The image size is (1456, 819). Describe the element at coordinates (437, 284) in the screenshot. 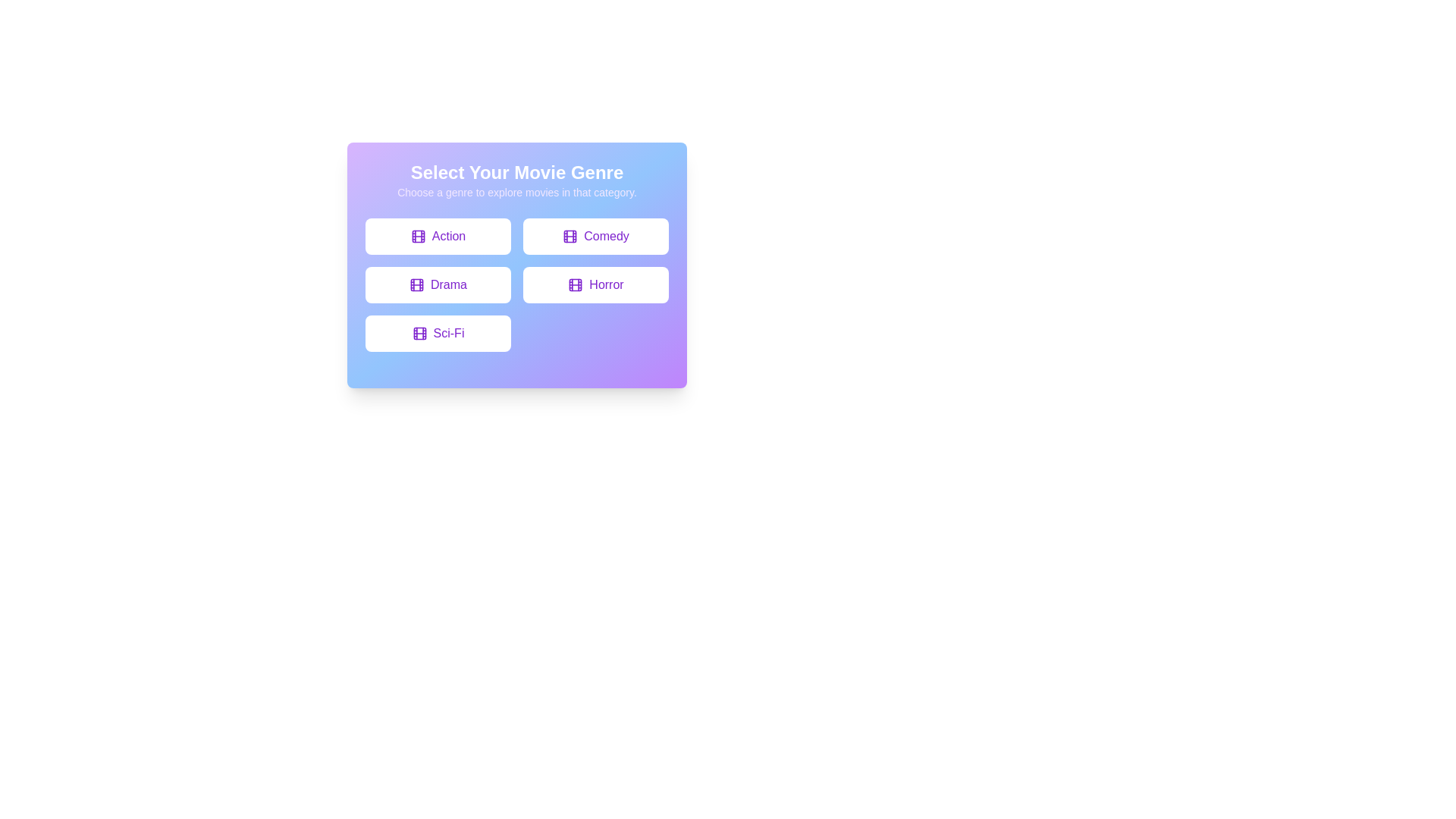

I see `the button labeled Drama` at that location.